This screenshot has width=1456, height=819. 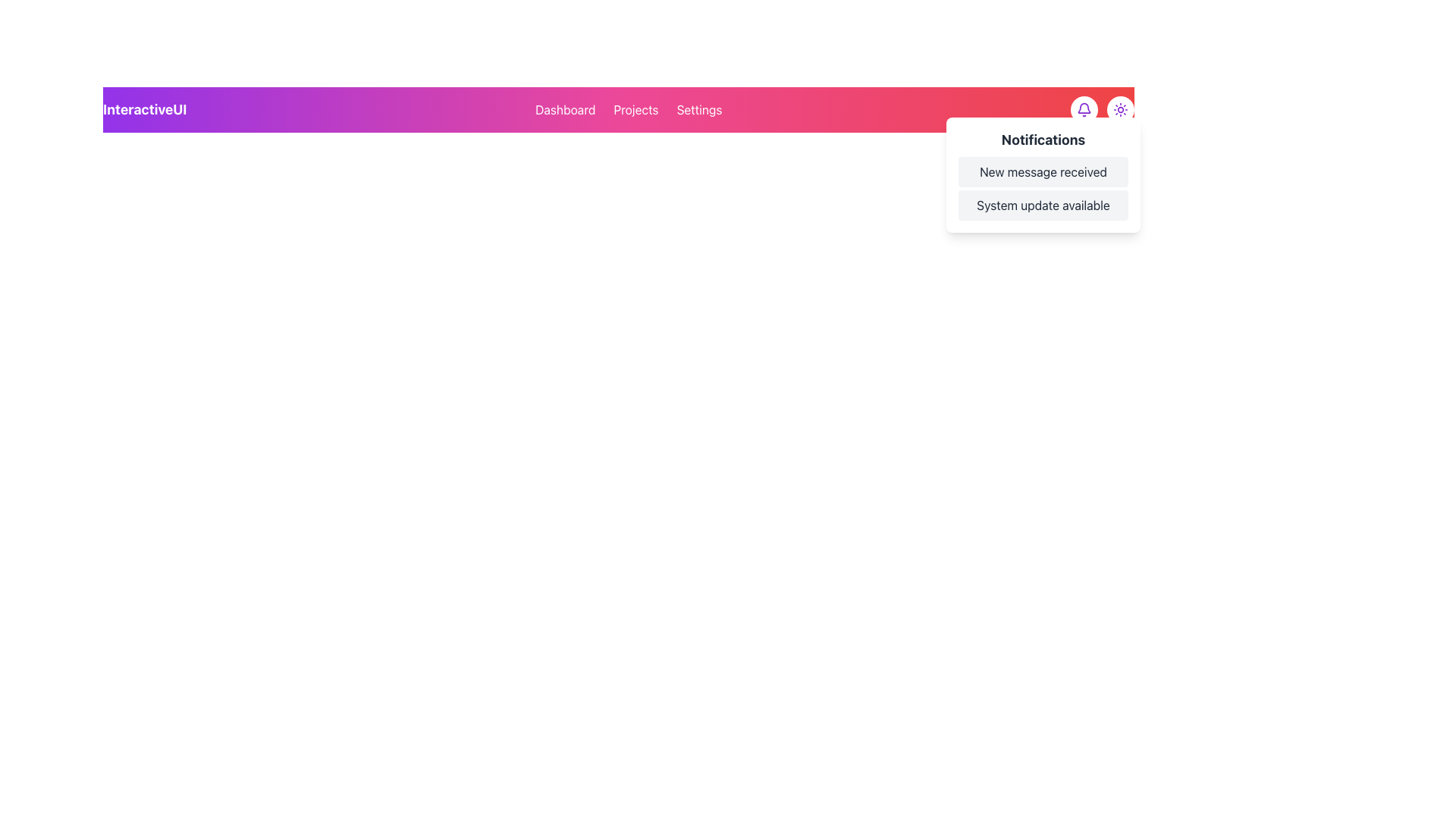 I want to click on the dropdown menu for recent notifications located at the top-right corner of the interface, directly below the notification bell icon, so click(x=1043, y=174).